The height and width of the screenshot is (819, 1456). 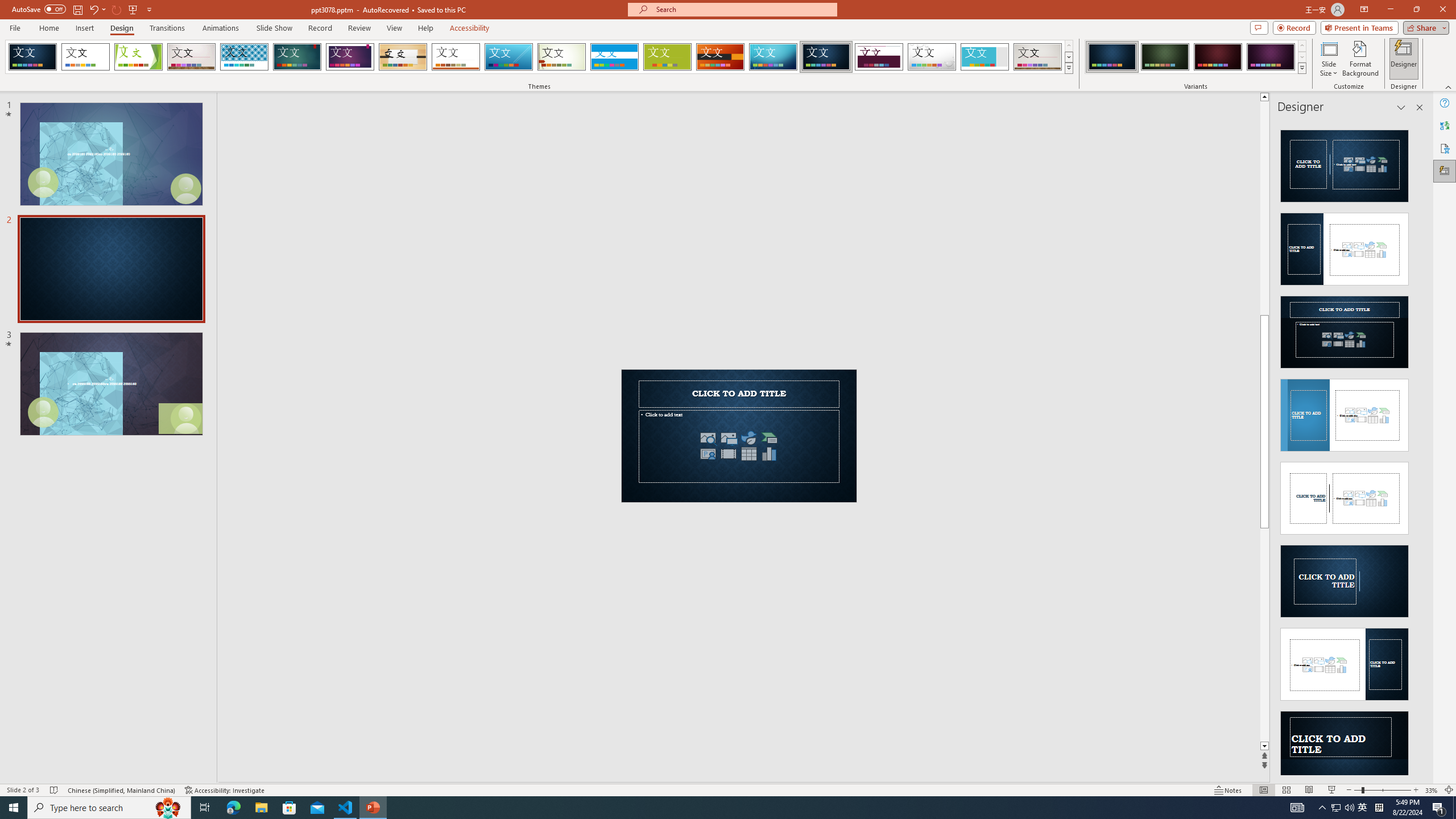 What do you see at coordinates (138, 56) in the screenshot?
I see `'Facet'` at bounding box center [138, 56].